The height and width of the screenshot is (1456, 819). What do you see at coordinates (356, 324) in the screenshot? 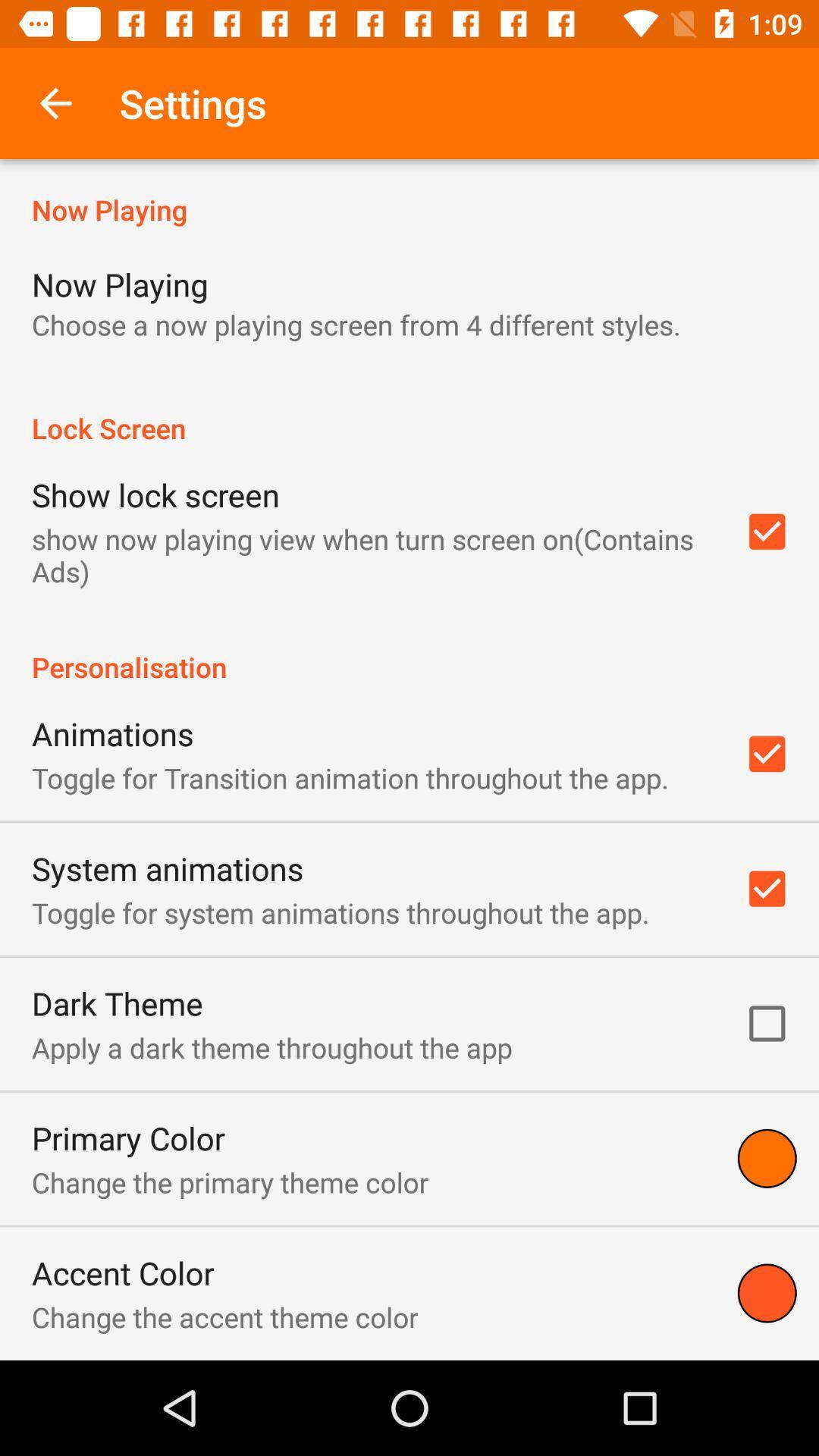
I see `icon below now playing icon` at bounding box center [356, 324].